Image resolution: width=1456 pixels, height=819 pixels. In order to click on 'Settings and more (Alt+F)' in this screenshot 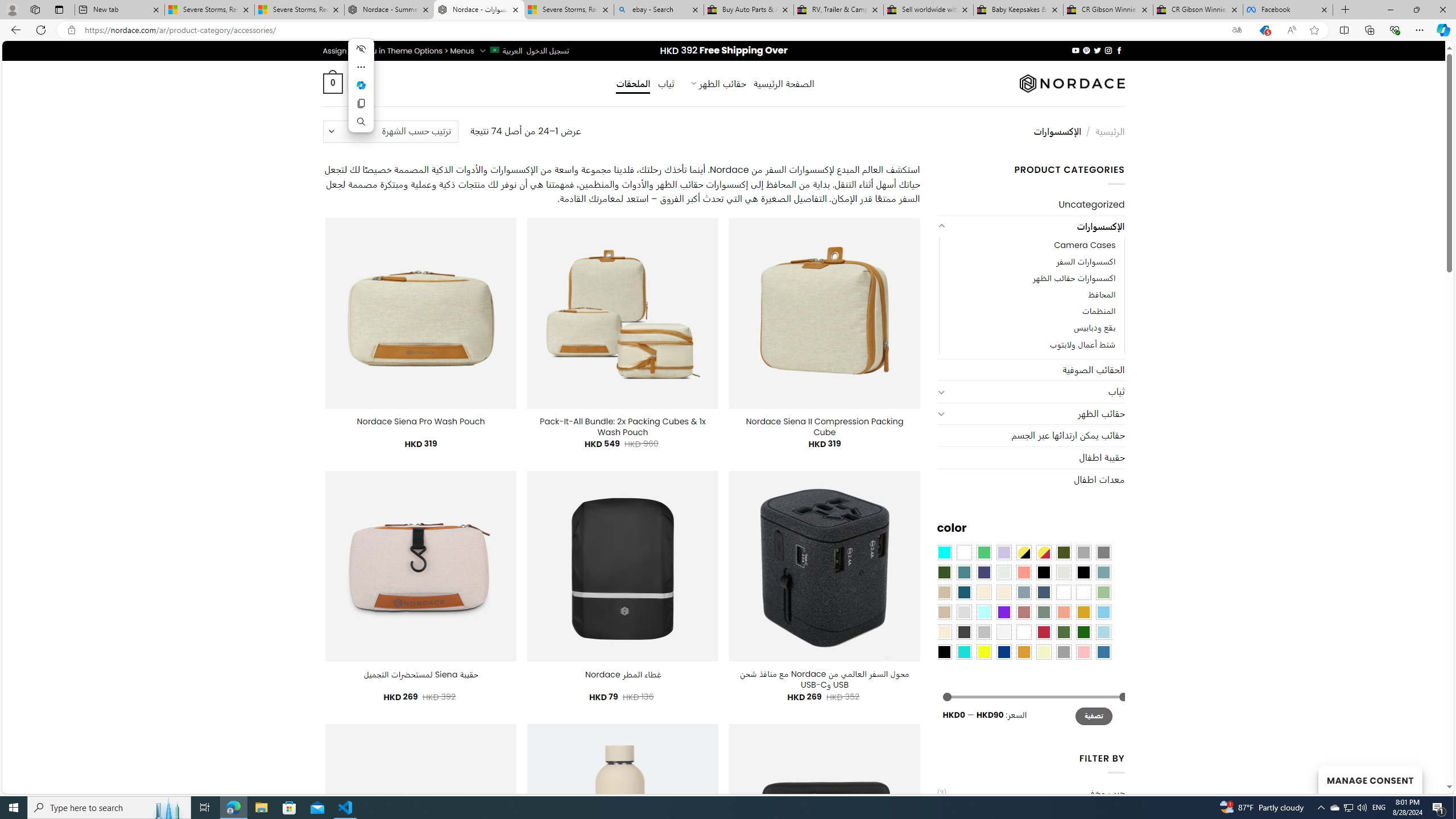, I will do `click(1419, 29)`.